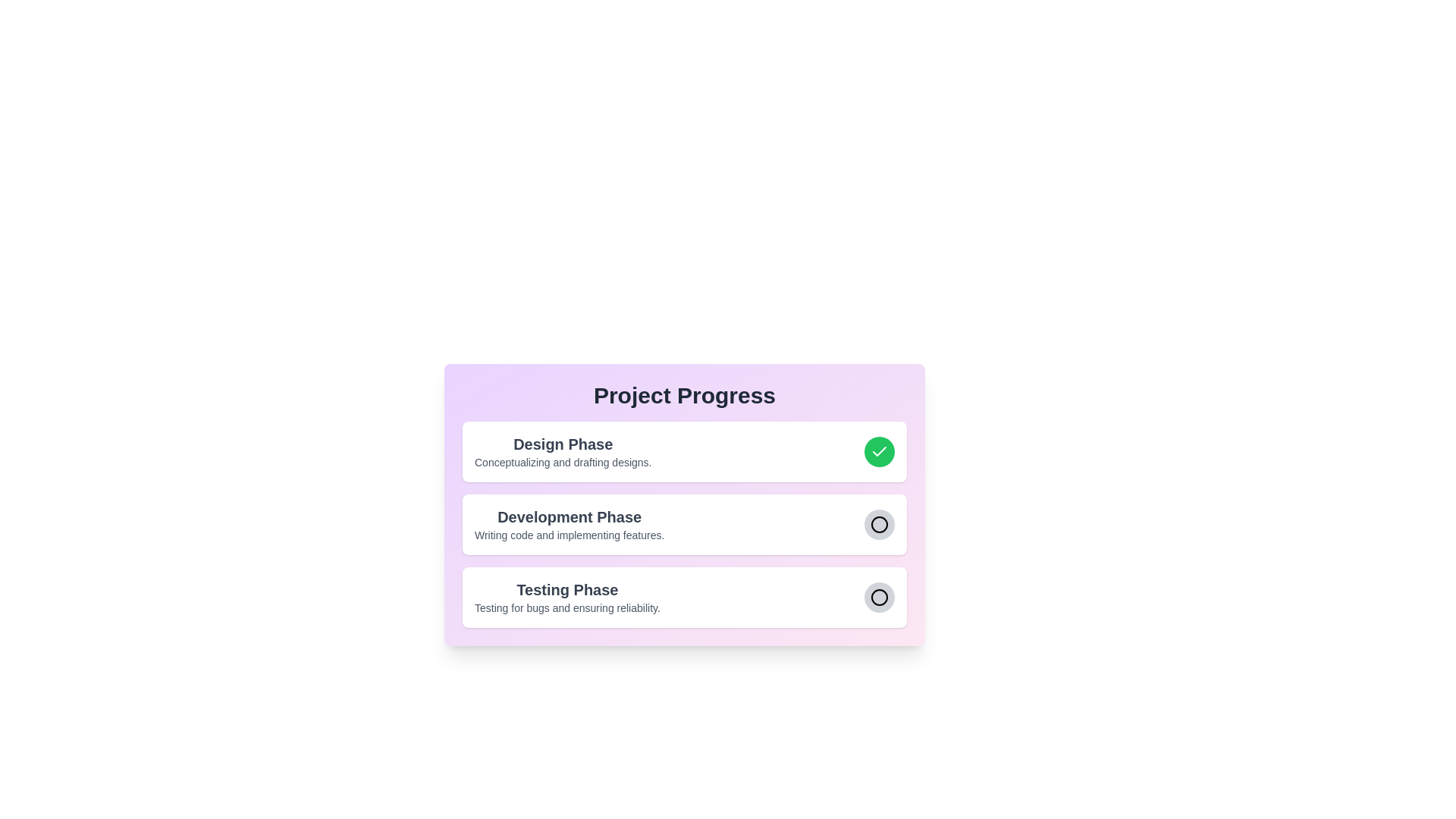 Image resolution: width=1456 pixels, height=819 pixels. I want to click on the circular green button with a white checkmark icon located at the far-right side of the 'Design Phase' progress card to confirm or complete an action, so click(880, 451).